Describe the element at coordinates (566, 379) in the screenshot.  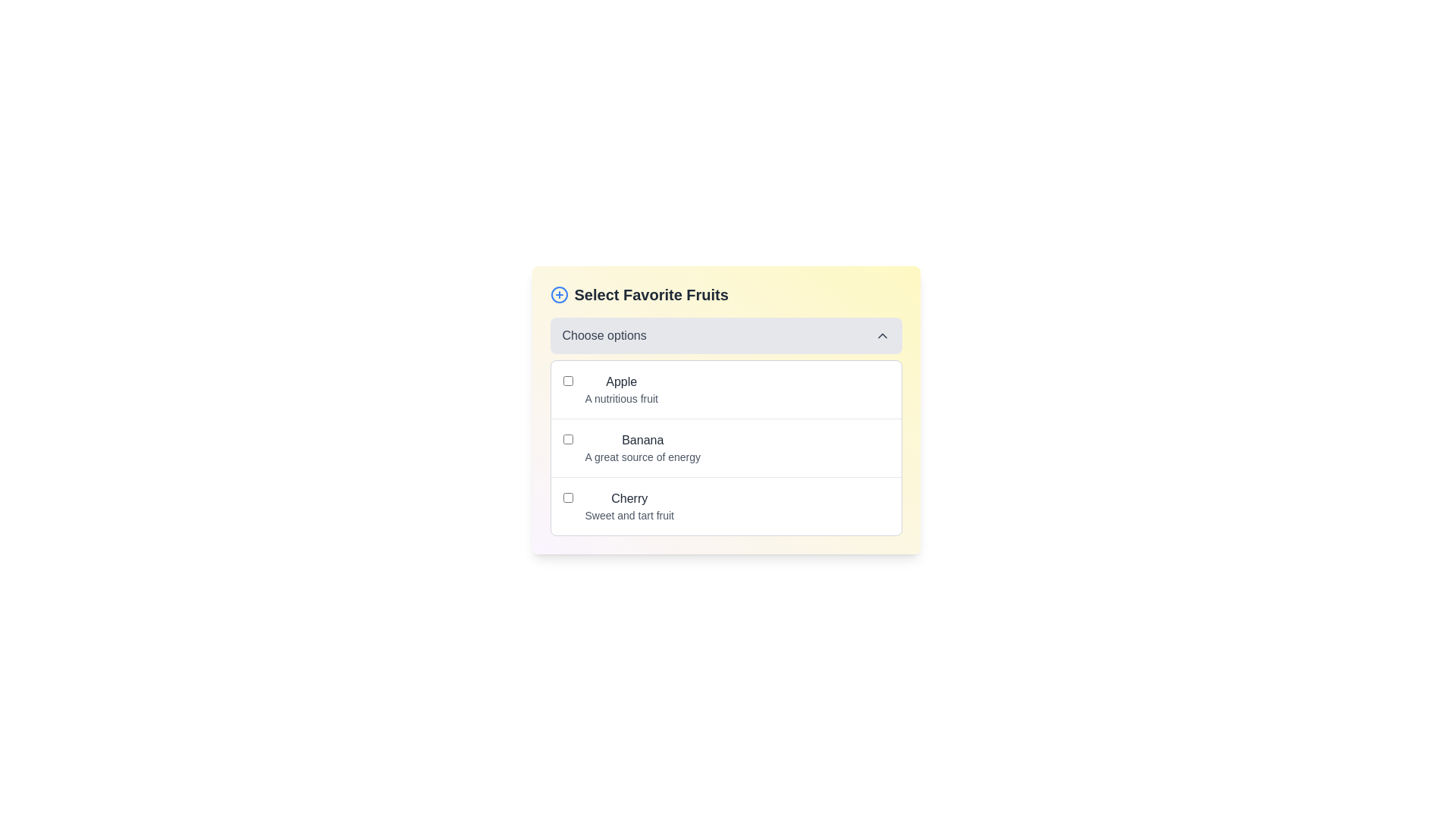
I see `the checkbox located to the immediate left of the text 'Apple'` at that location.